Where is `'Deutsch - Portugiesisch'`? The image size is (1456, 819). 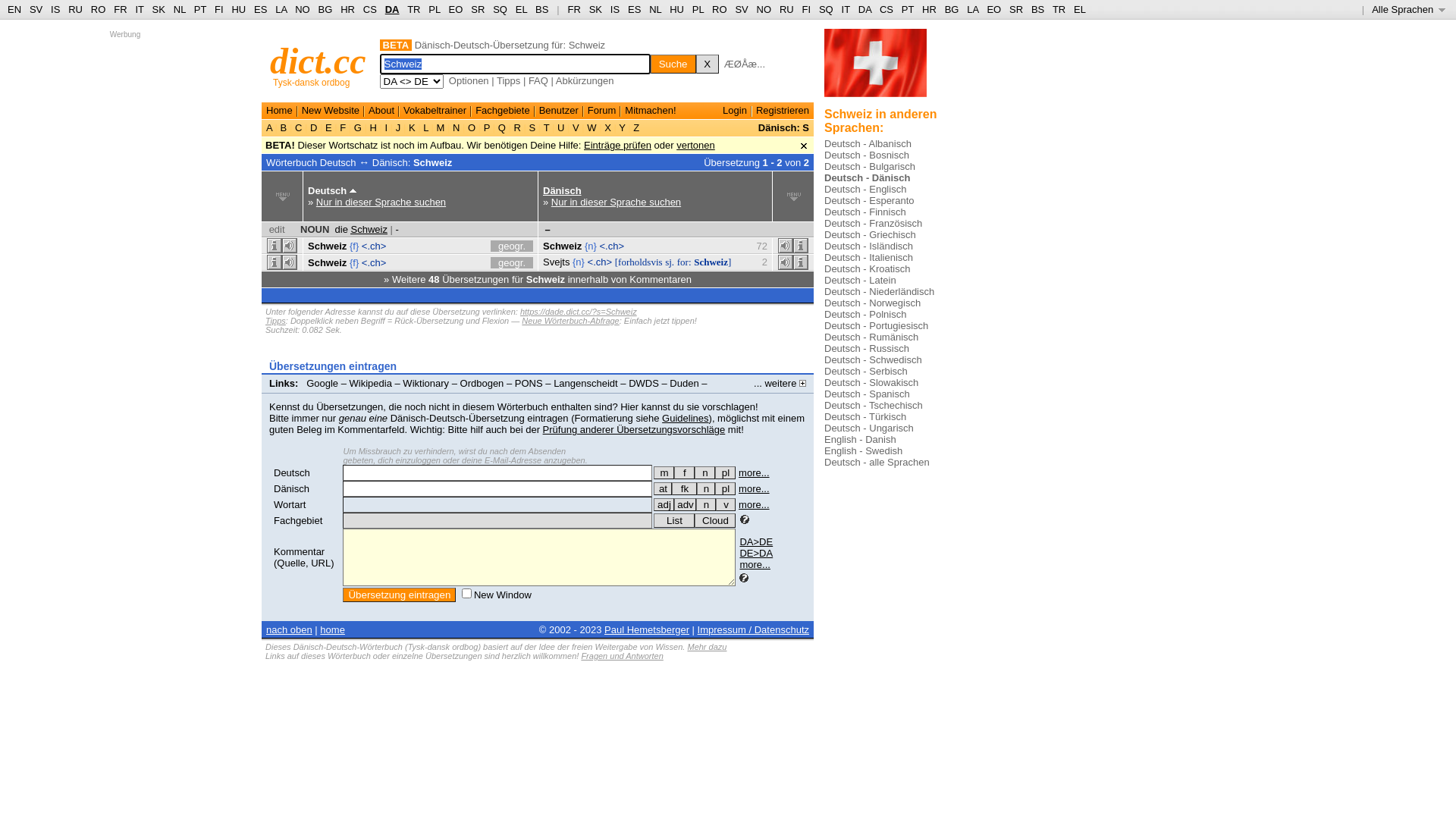 'Deutsch - Portugiesisch' is located at coordinates (876, 325).